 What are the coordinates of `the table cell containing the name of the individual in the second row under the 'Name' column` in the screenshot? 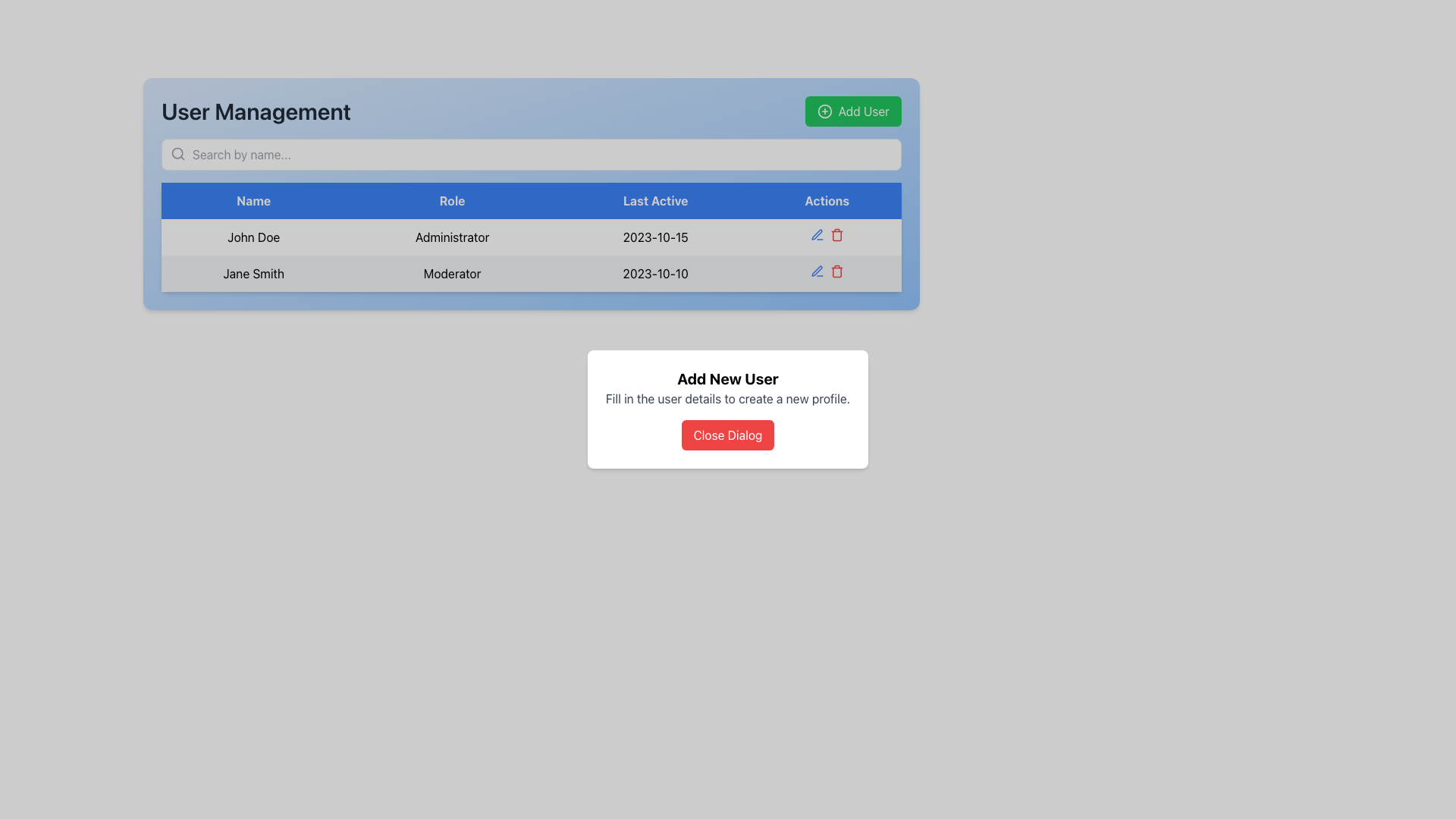 It's located at (253, 274).